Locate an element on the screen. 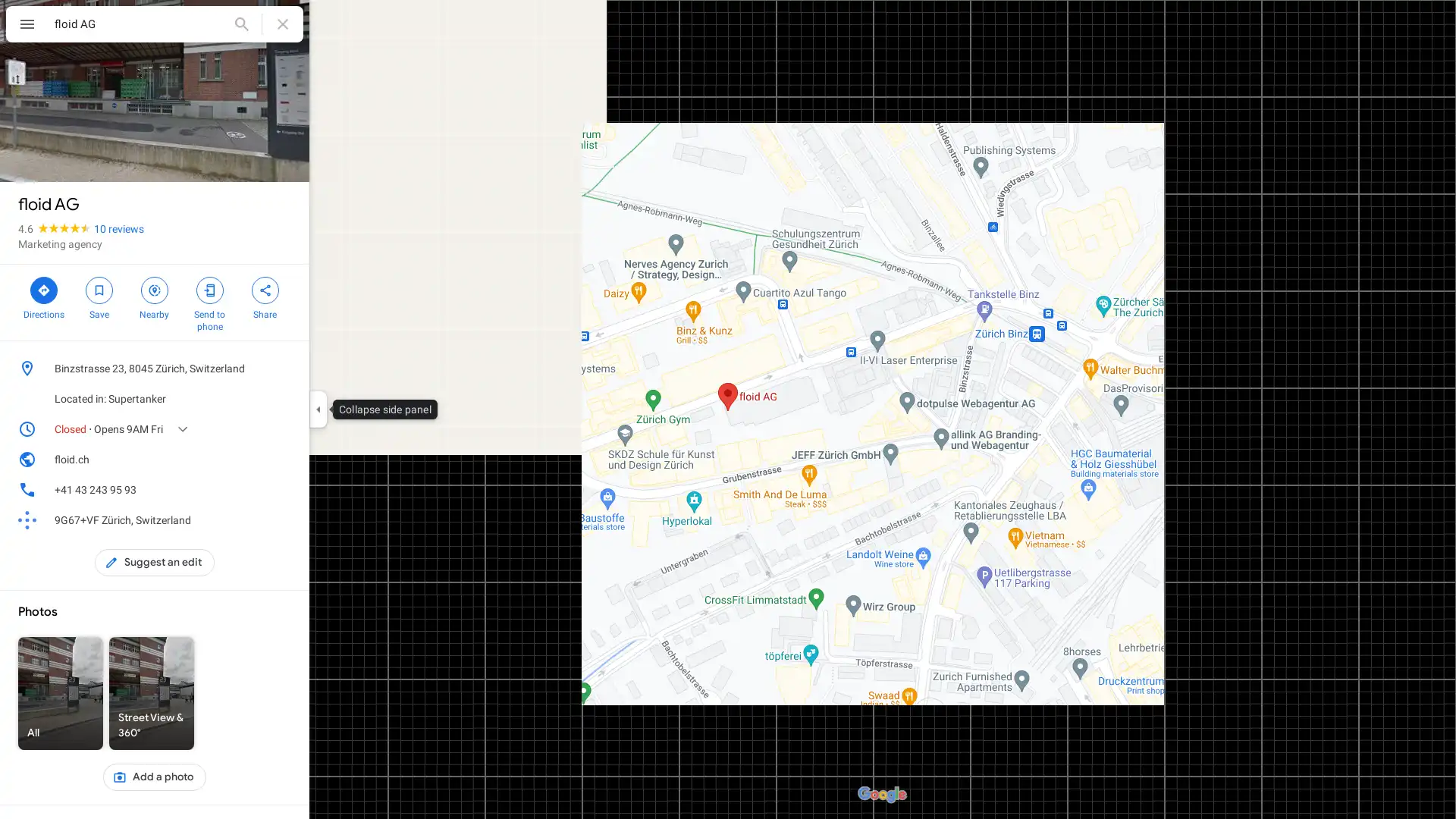 Image resolution: width=1456 pixels, height=819 pixels. Clear search is located at coordinates (283, 24).